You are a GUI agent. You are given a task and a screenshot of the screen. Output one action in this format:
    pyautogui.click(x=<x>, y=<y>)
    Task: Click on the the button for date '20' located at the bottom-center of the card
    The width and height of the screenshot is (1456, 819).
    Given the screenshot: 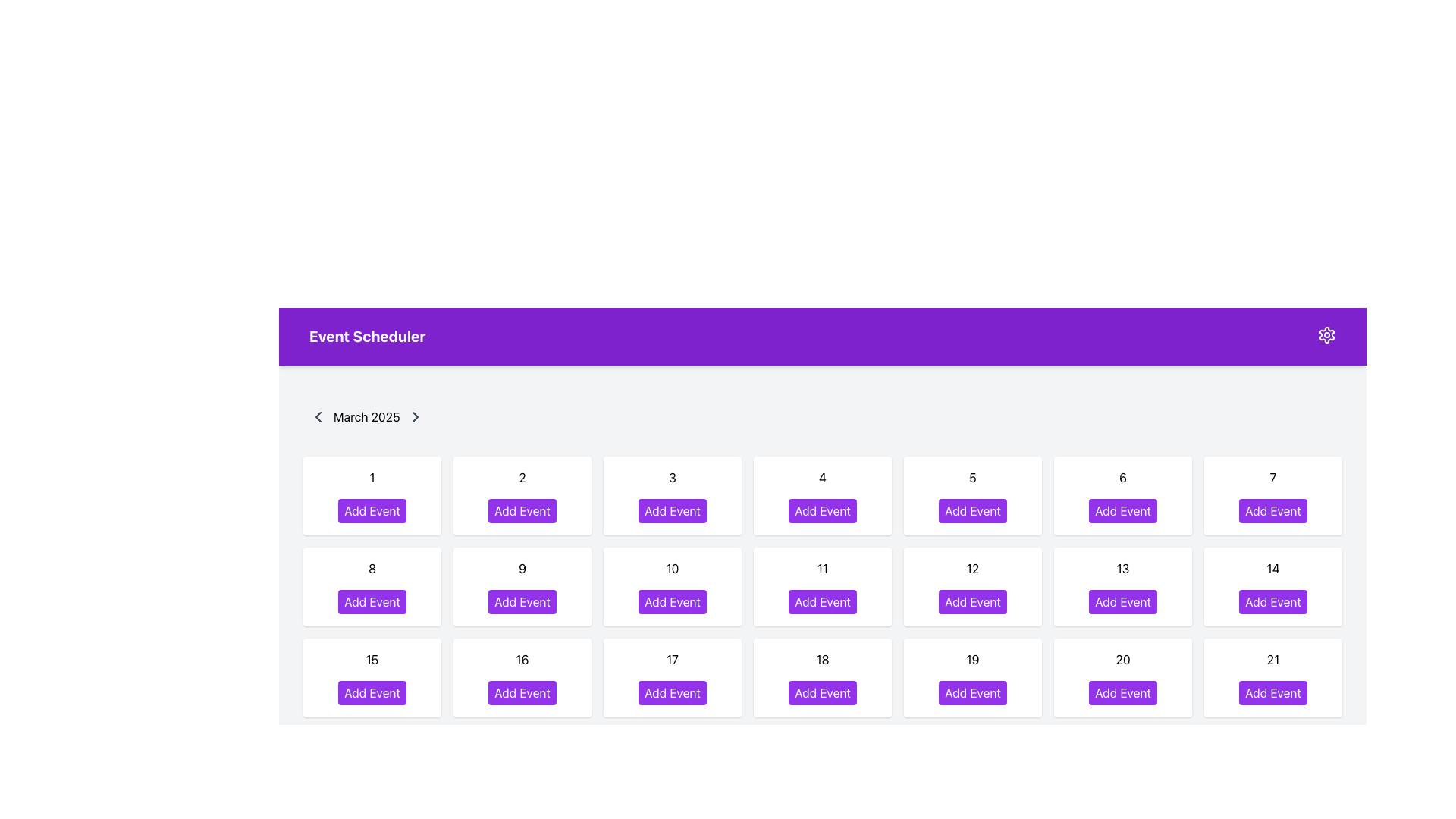 What is the action you would take?
    pyautogui.click(x=1123, y=693)
    